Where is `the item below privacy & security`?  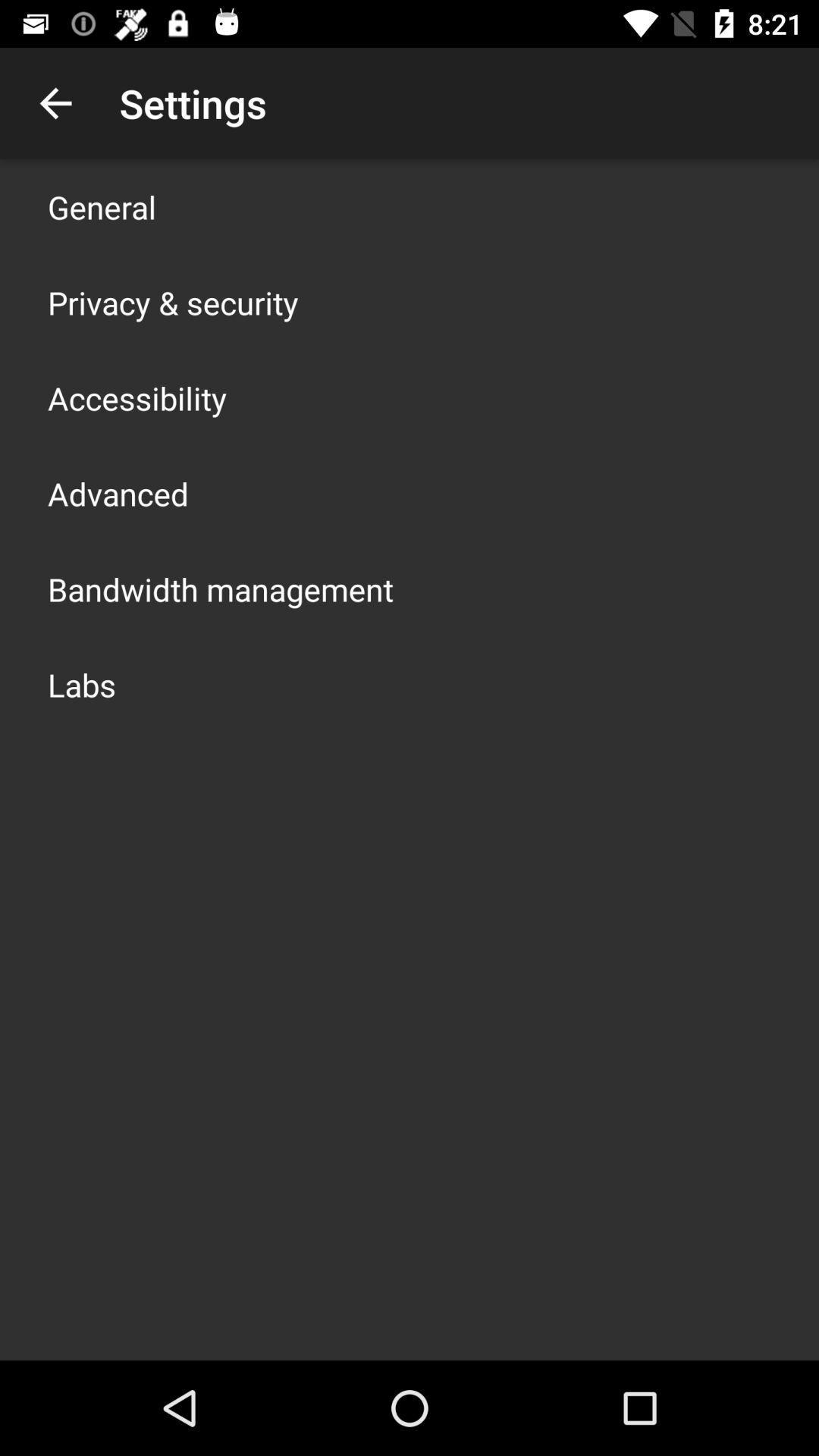 the item below privacy & security is located at coordinates (137, 397).